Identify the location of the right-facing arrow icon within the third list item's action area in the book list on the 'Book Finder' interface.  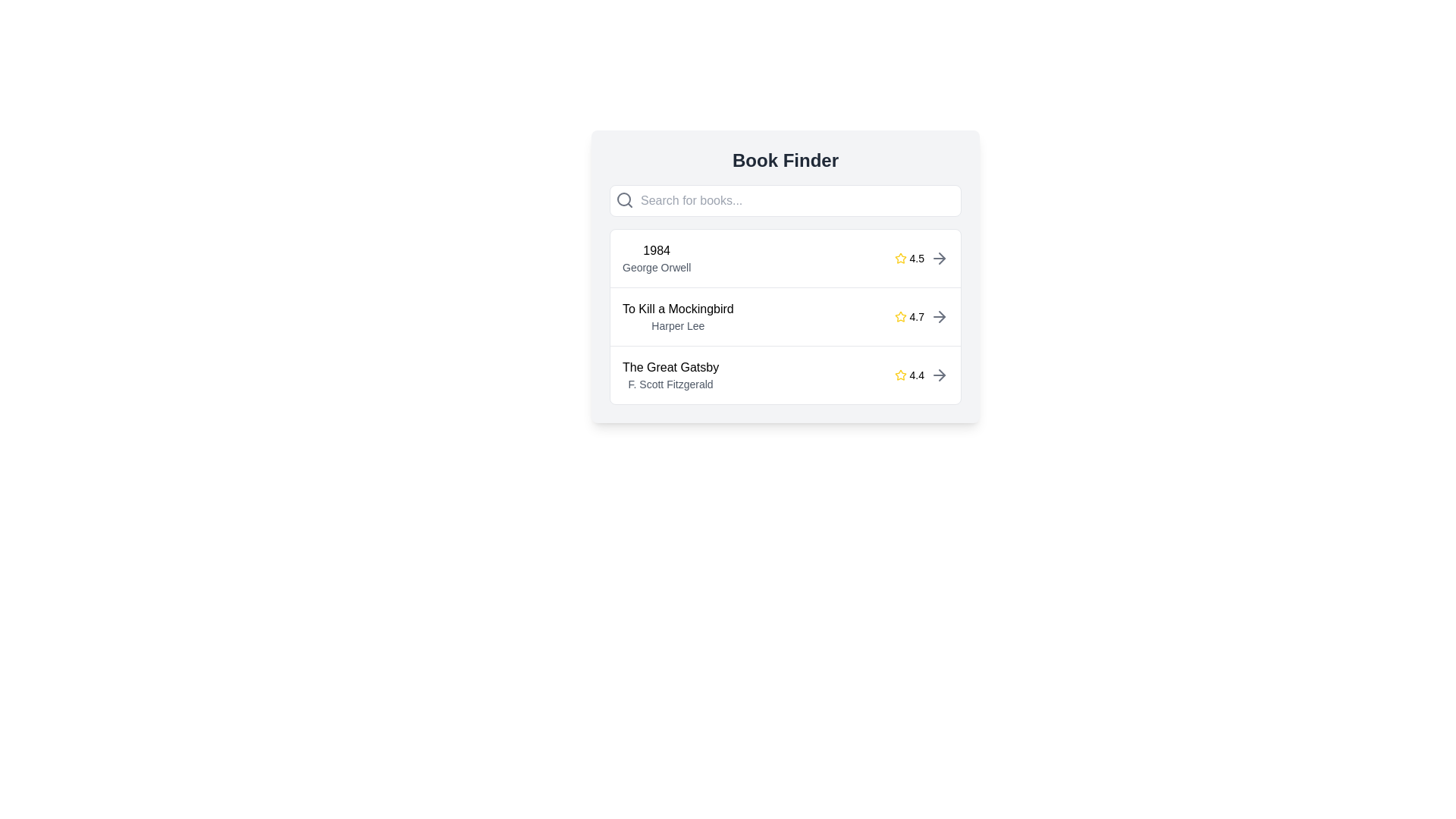
(941, 315).